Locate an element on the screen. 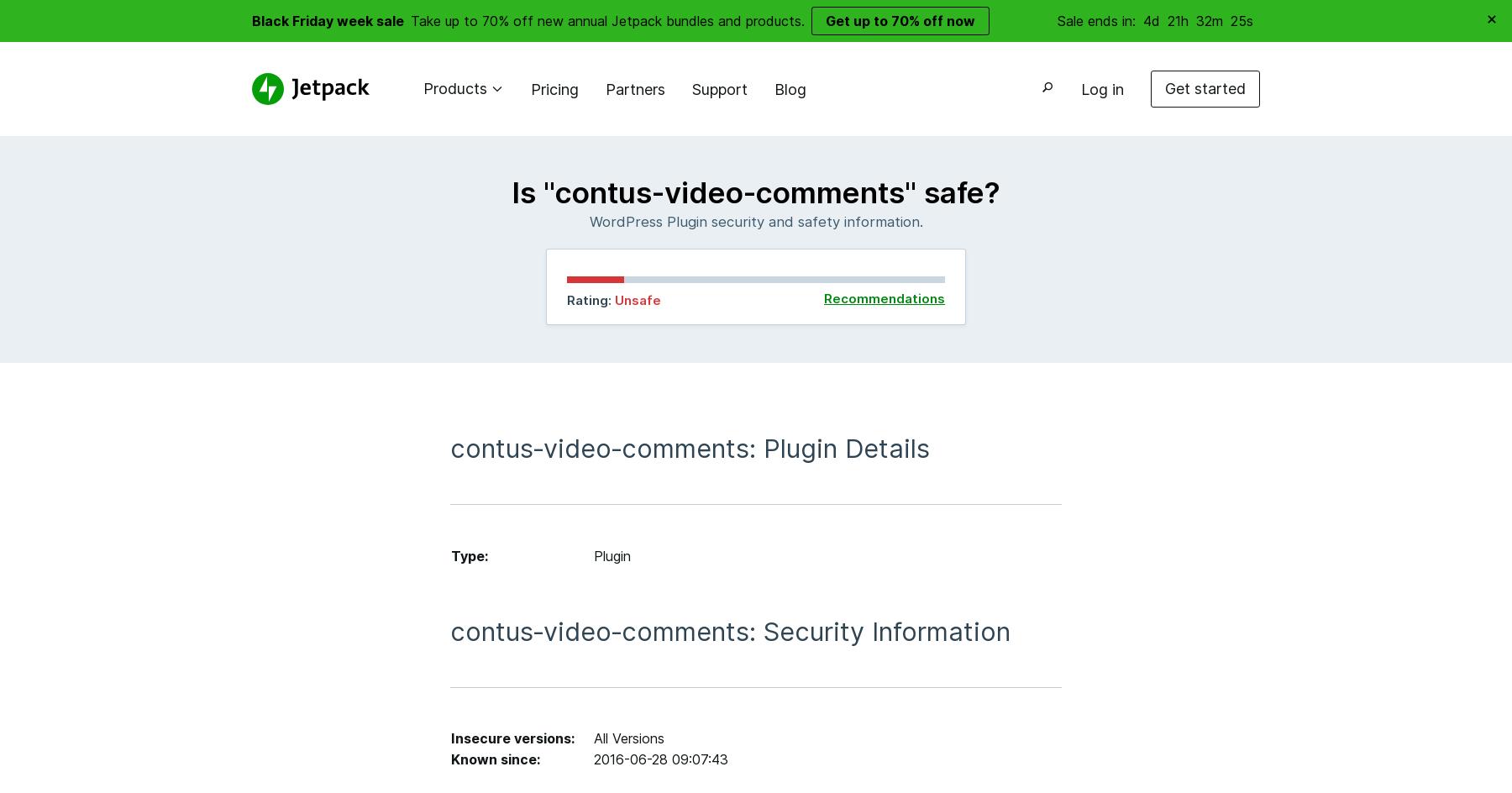  'contus‑video‑comments: Security Information' is located at coordinates (730, 630).